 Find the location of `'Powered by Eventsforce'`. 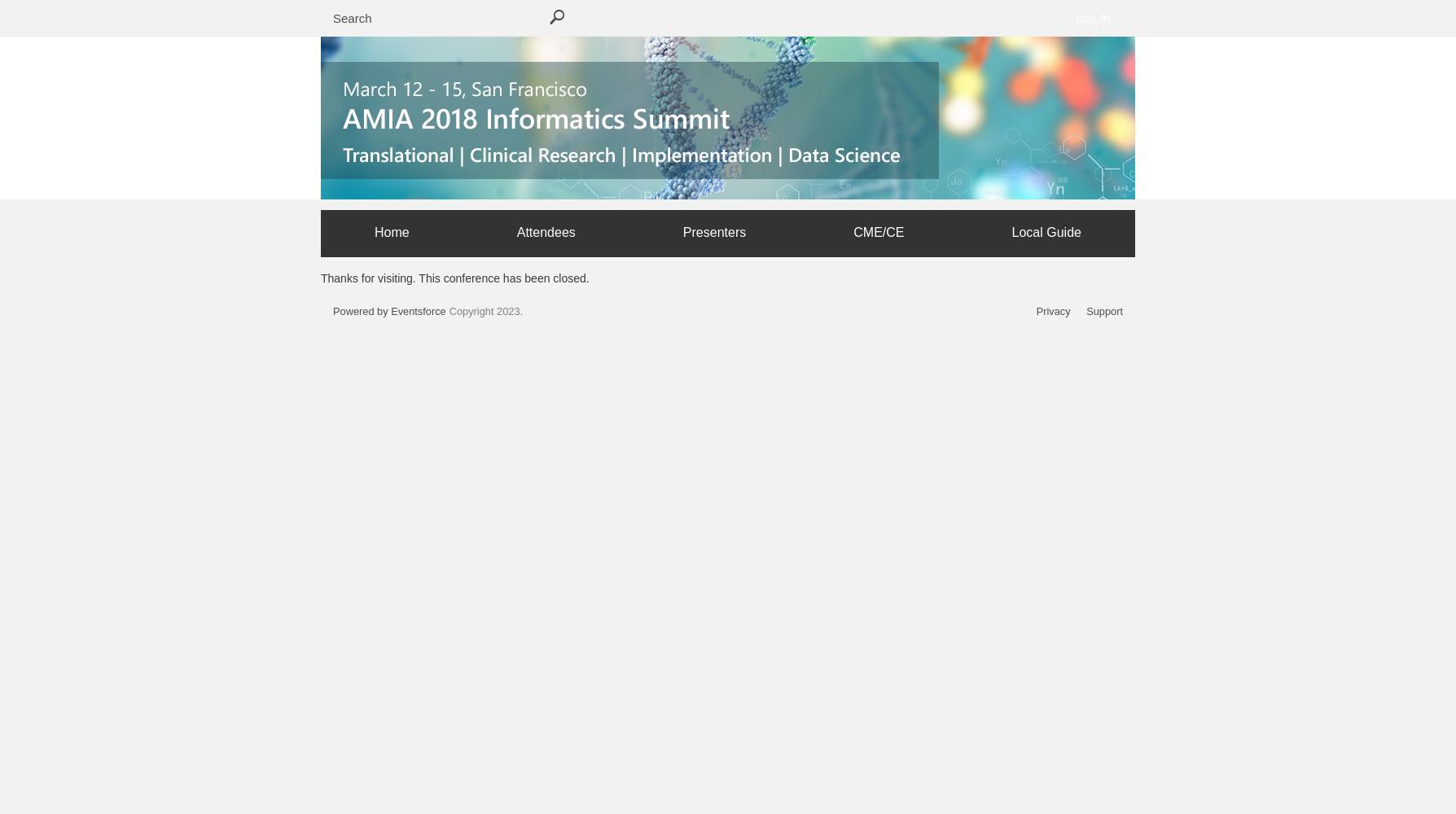

'Powered by Eventsforce' is located at coordinates (331, 310).